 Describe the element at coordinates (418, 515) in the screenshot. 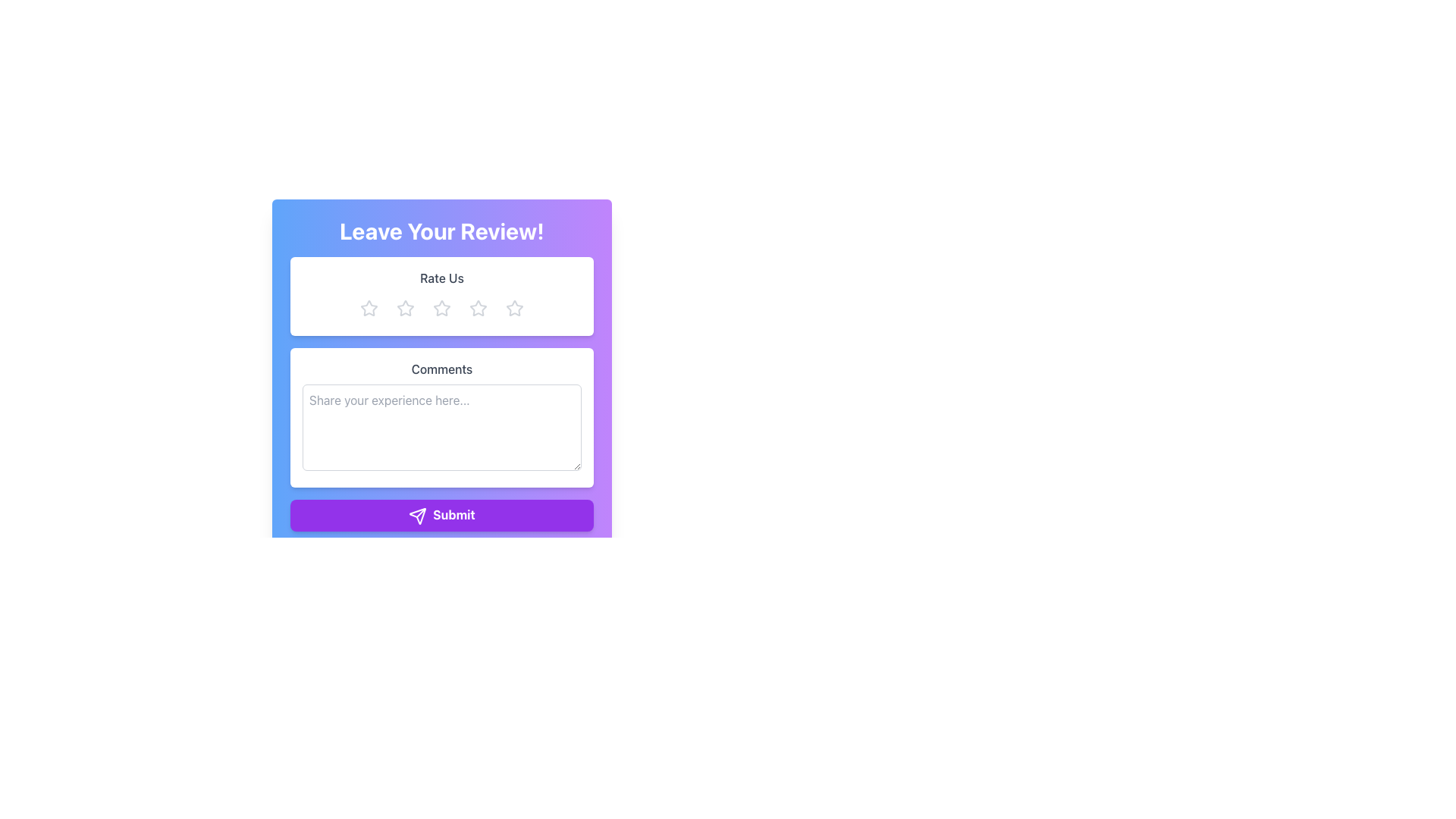

I see `the paper airplane icon located within the purple 'Submit' button at the bottom of the interface` at that location.